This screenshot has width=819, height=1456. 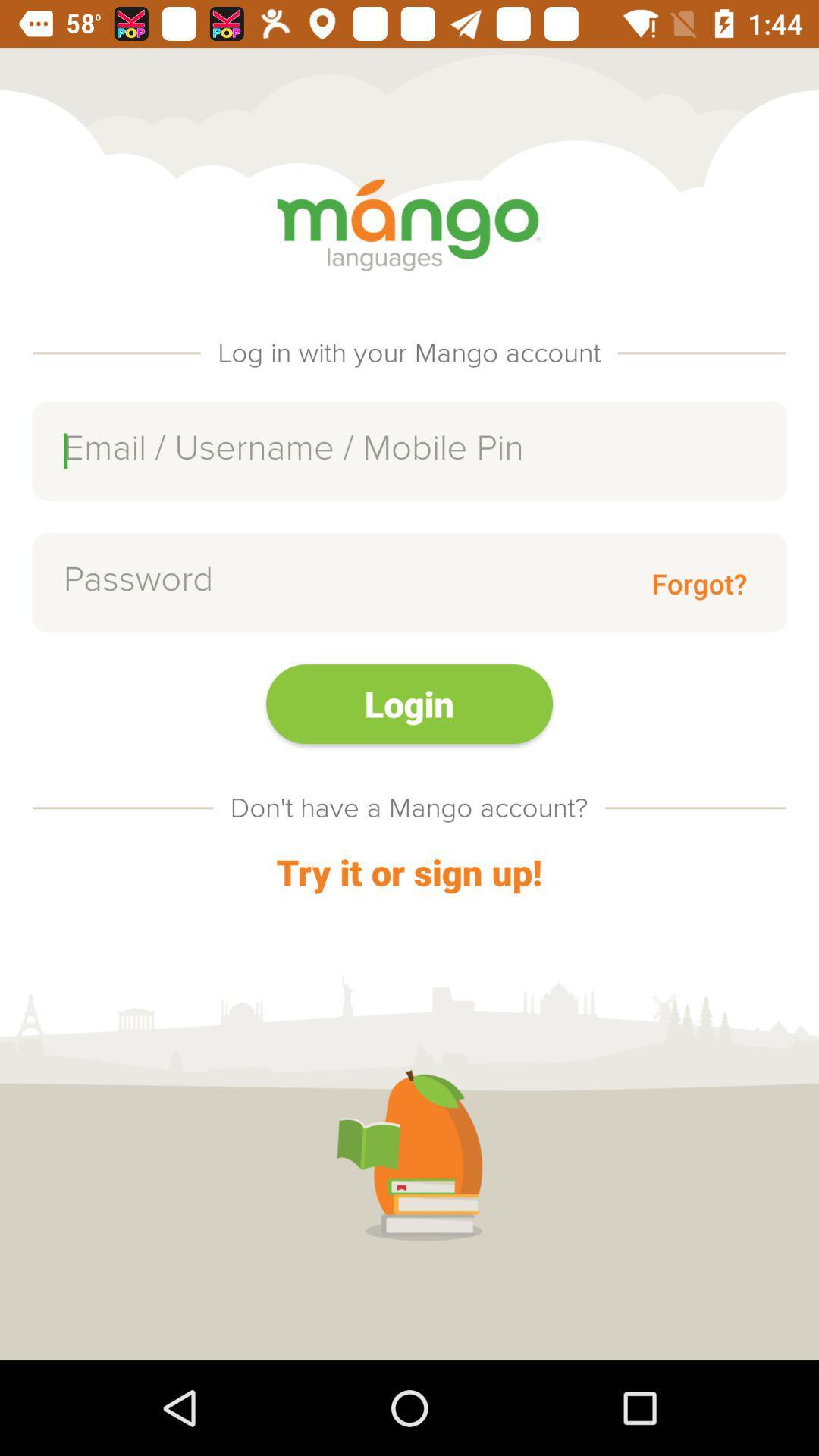 I want to click on information, so click(x=409, y=450).